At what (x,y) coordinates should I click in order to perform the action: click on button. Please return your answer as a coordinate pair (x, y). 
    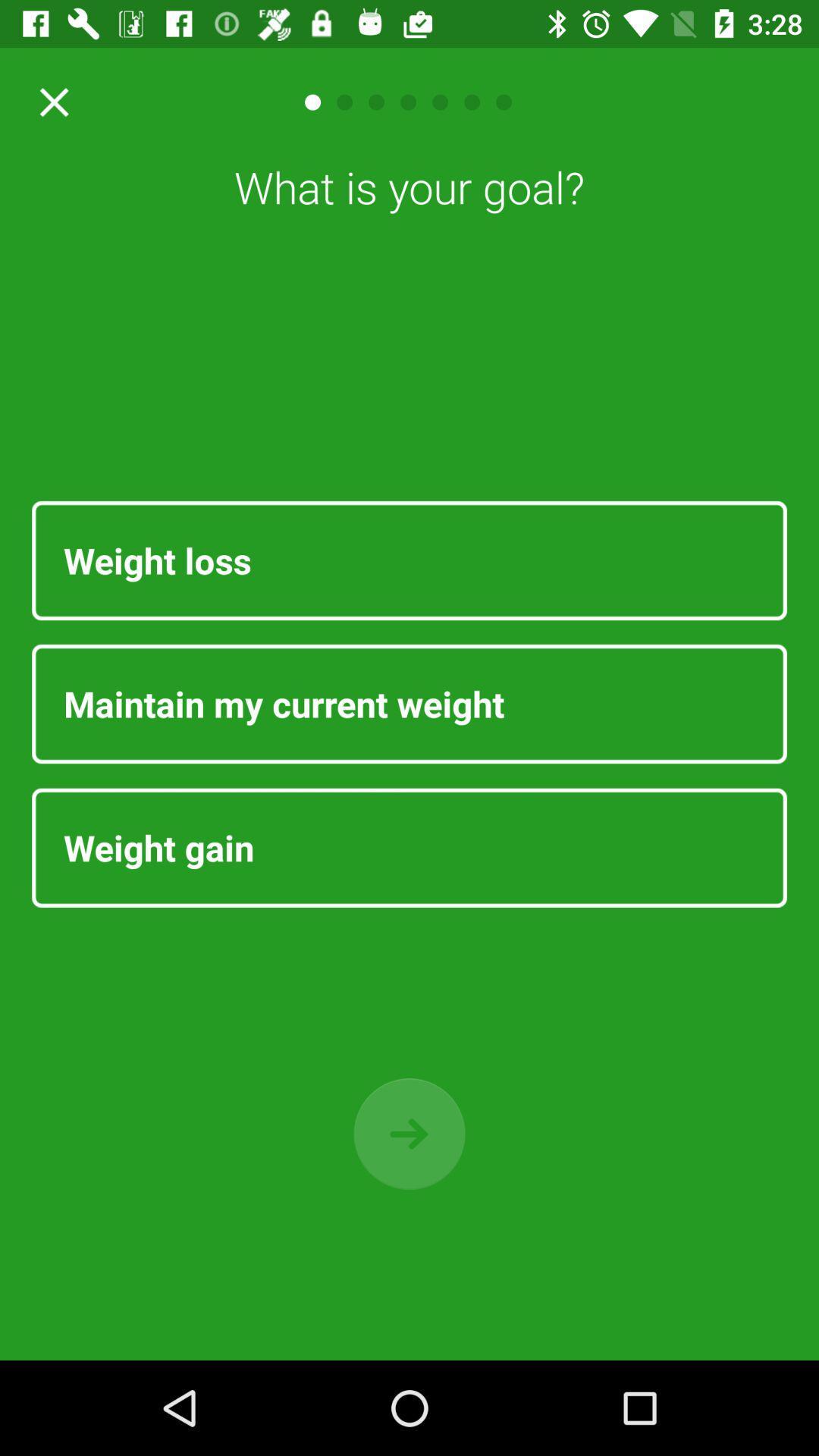
    Looking at the image, I should click on (48, 102).